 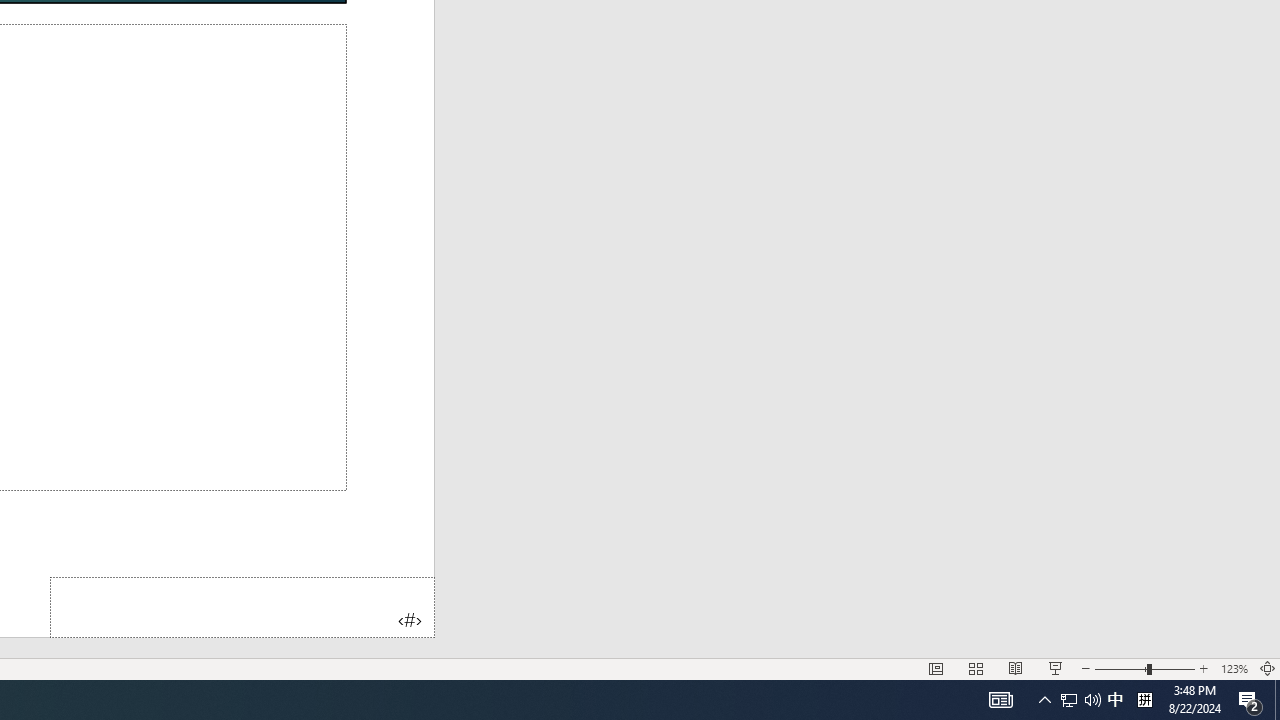 I want to click on 'Zoom 123%', so click(x=1233, y=669).